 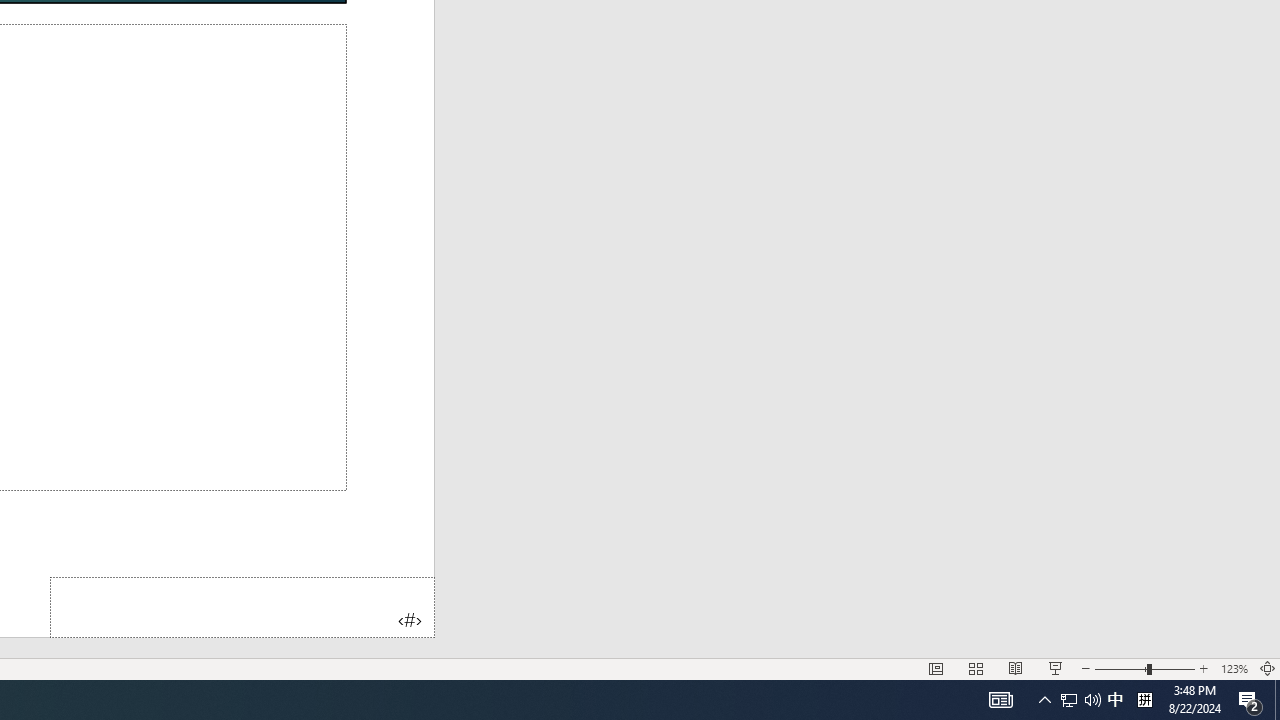 I want to click on 'Zoom 123%', so click(x=1233, y=669).